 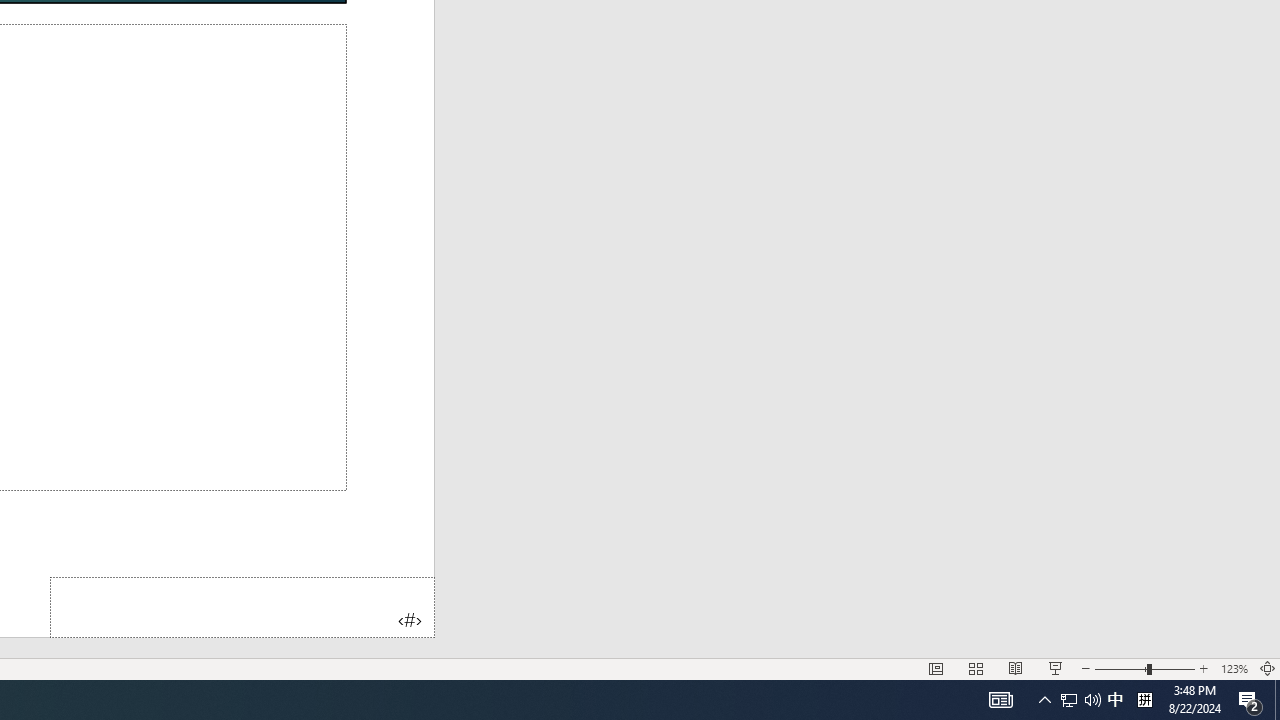 I want to click on 'Zoom 123%', so click(x=1233, y=669).